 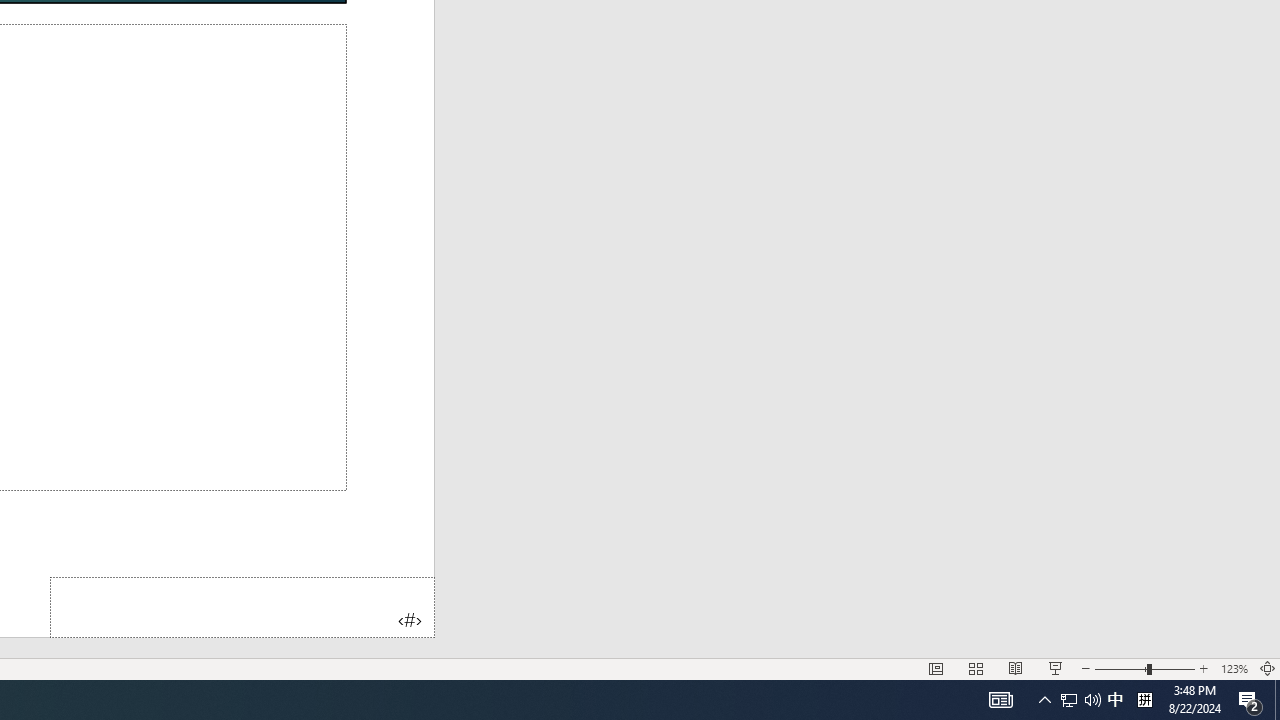 I want to click on 'Zoom 123%', so click(x=1233, y=669).